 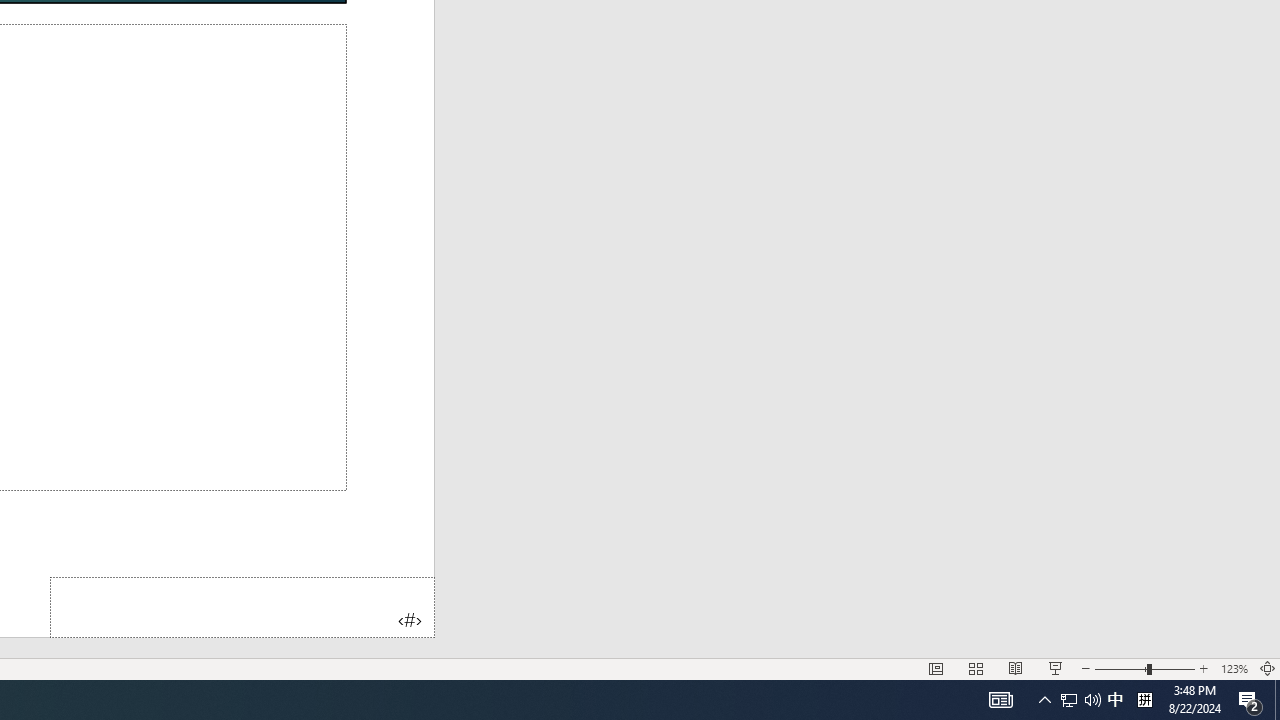 I want to click on 'Zoom 123%', so click(x=1233, y=669).